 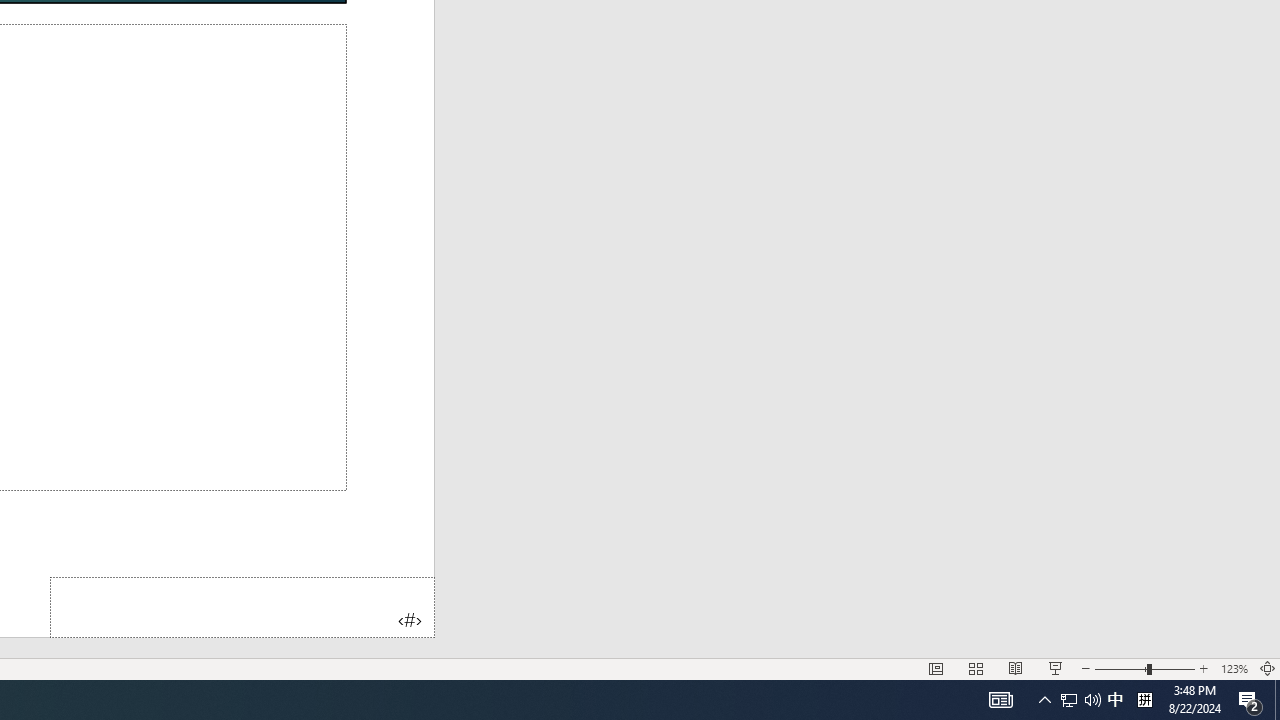 I want to click on 'Zoom 123%', so click(x=1233, y=669).